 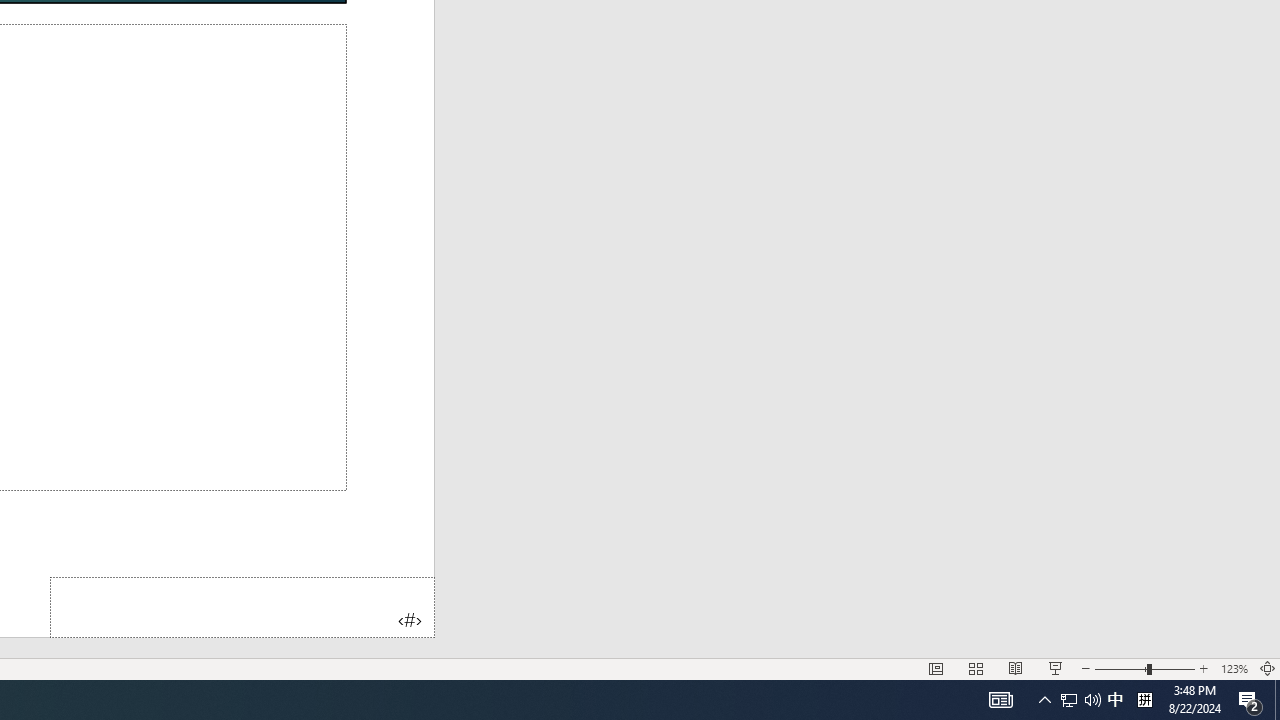 I want to click on 'Zoom 123%', so click(x=1233, y=669).